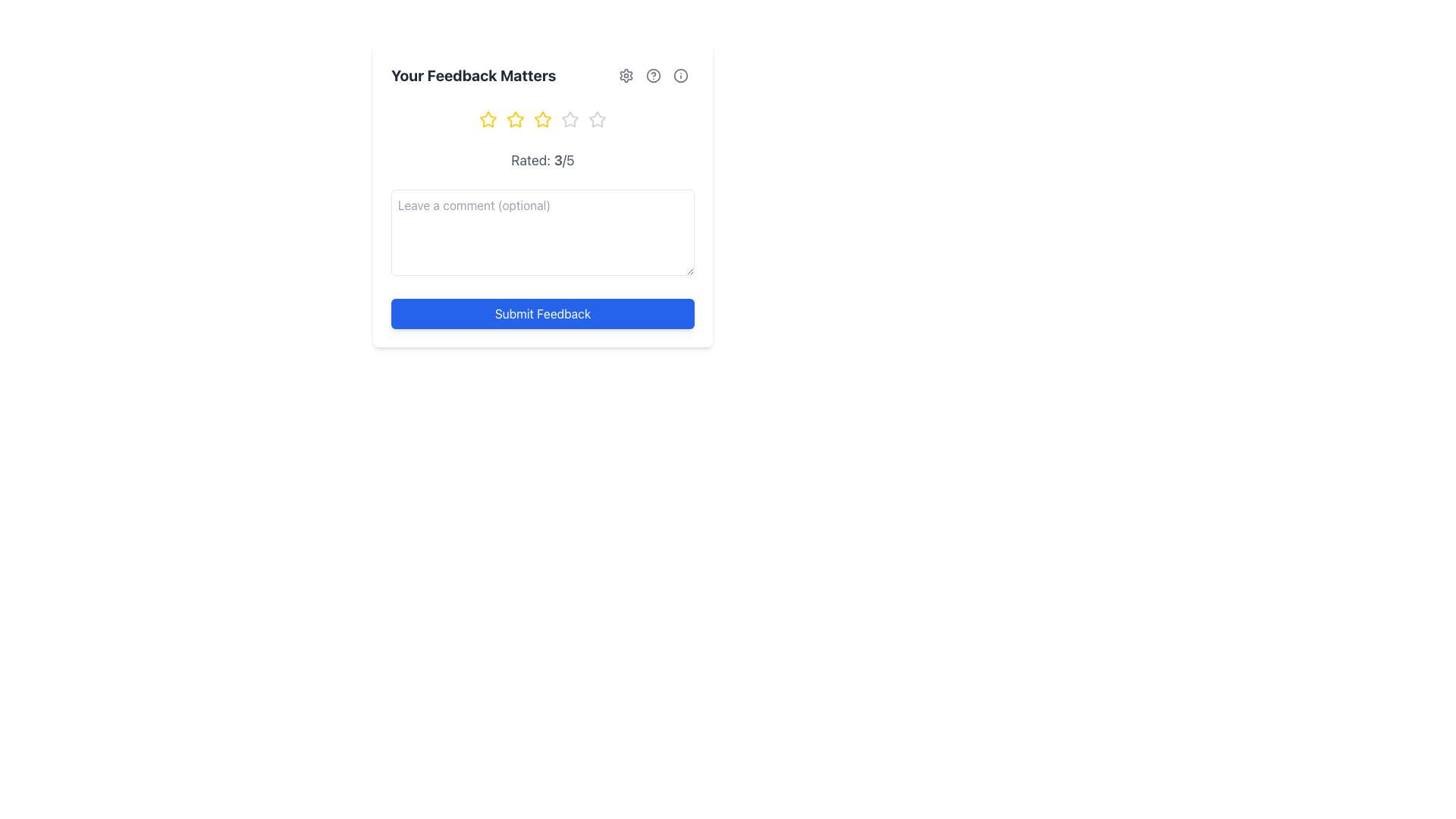 Image resolution: width=1456 pixels, height=819 pixels. What do you see at coordinates (679, 76) in the screenshot?
I see `the SVG Circle that serves as the outer boundary of the 'info' icon located near the upper right of the feedback form` at bounding box center [679, 76].